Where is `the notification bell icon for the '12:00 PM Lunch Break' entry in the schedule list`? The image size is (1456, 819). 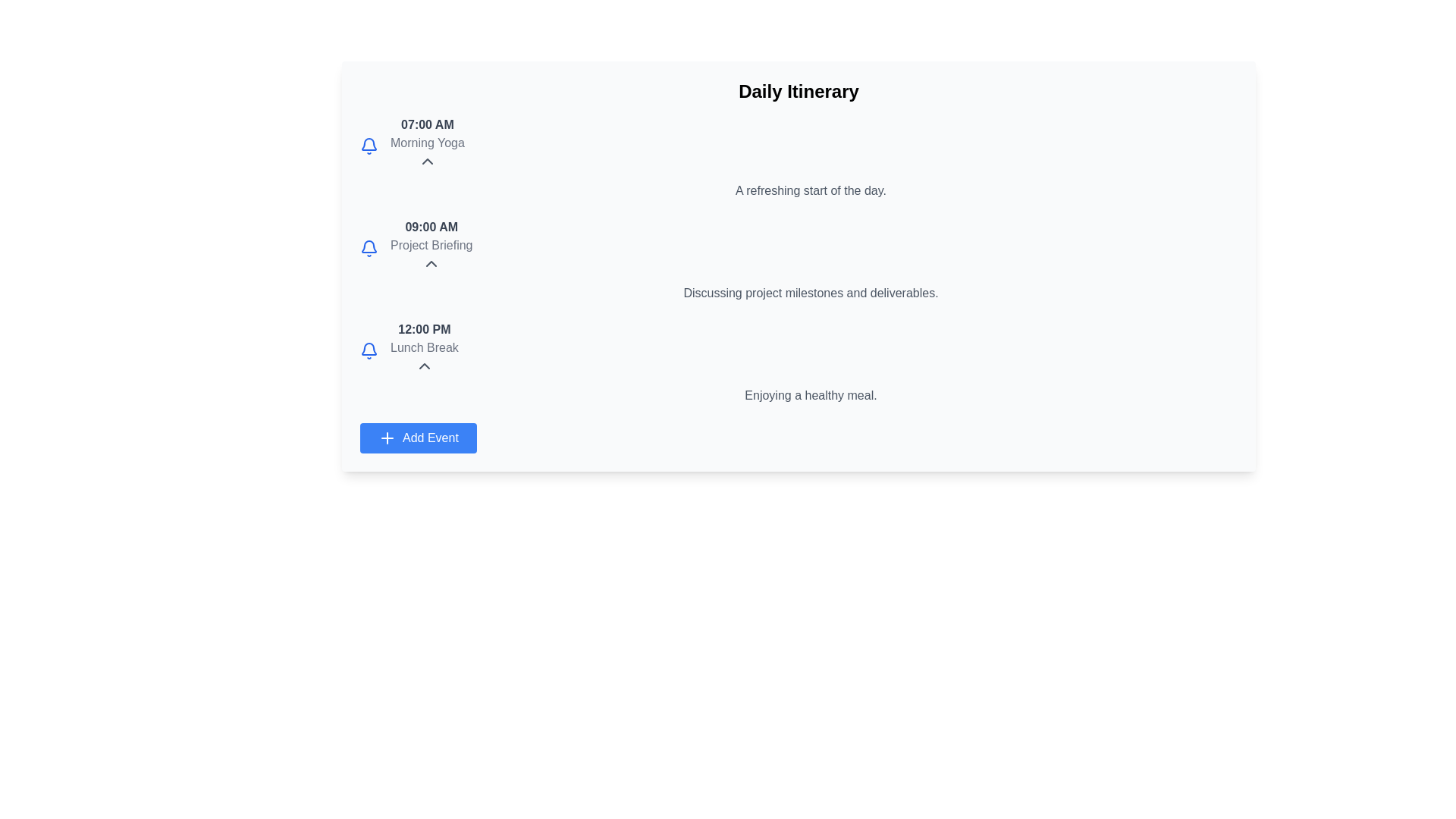 the notification bell icon for the '12:00 PM Lunch Break' entry in the schedule list is located at coordinates (369, 245).